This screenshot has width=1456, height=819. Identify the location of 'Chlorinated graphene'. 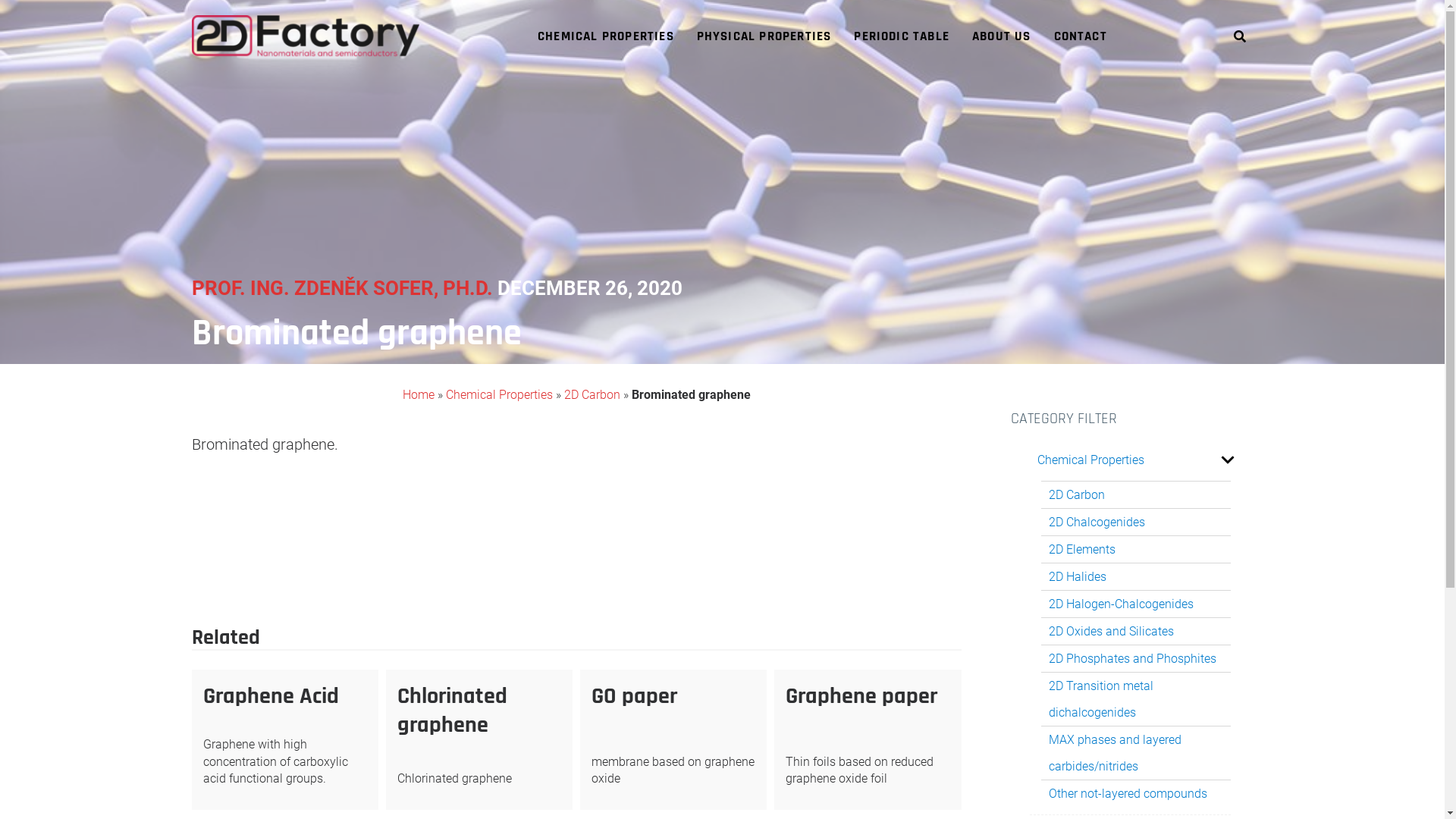
(451, 711).